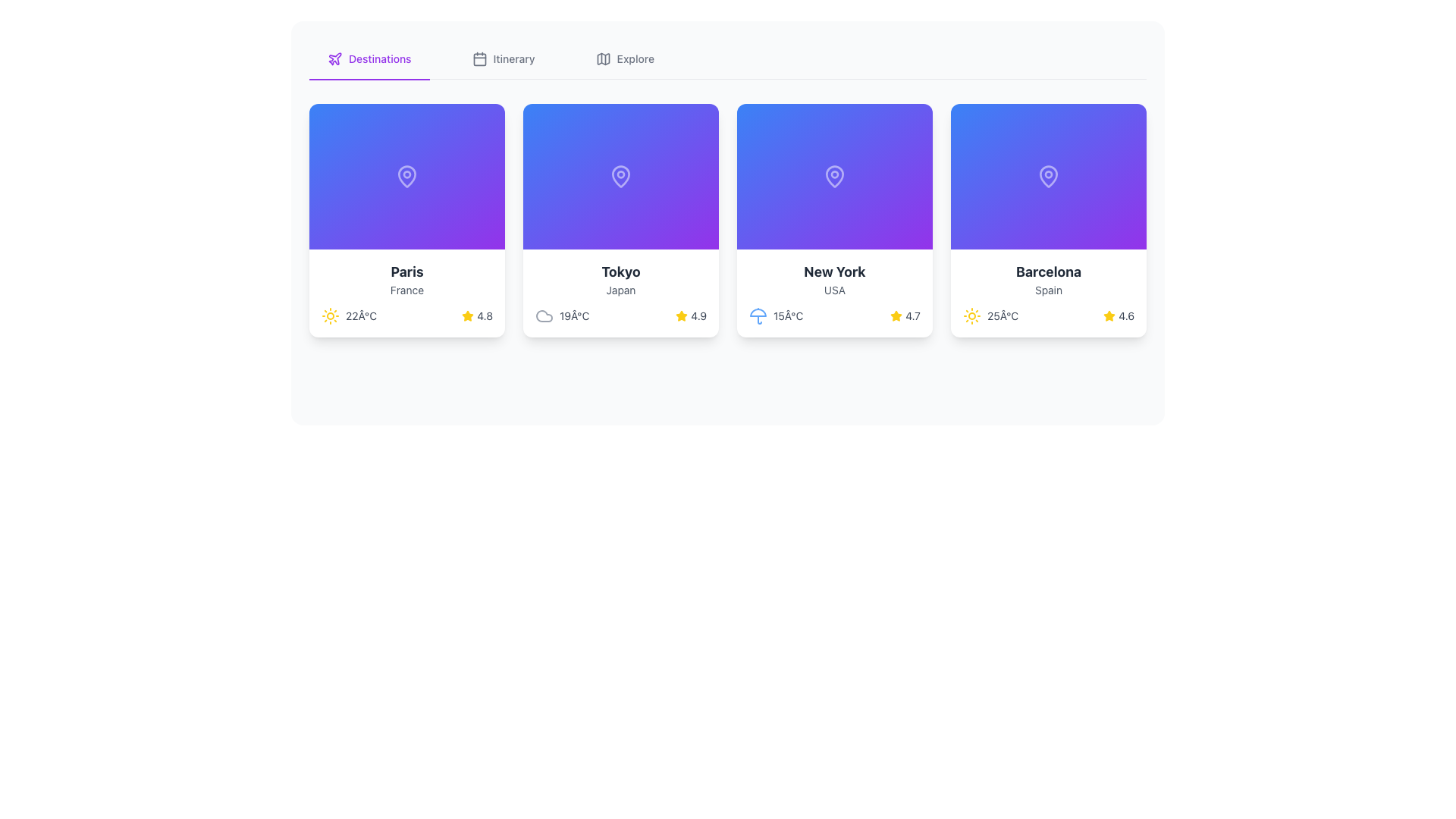 Image resolution: width=1456 pixels, height=819 pixels. What do you see at coordinates (1047, 290) in the screenshot?
I see `text label displaying 'Spain' in gray color, located beneath the city name in the card for Barcelona, by clicking on its center` at bounding box center [1047, 290].